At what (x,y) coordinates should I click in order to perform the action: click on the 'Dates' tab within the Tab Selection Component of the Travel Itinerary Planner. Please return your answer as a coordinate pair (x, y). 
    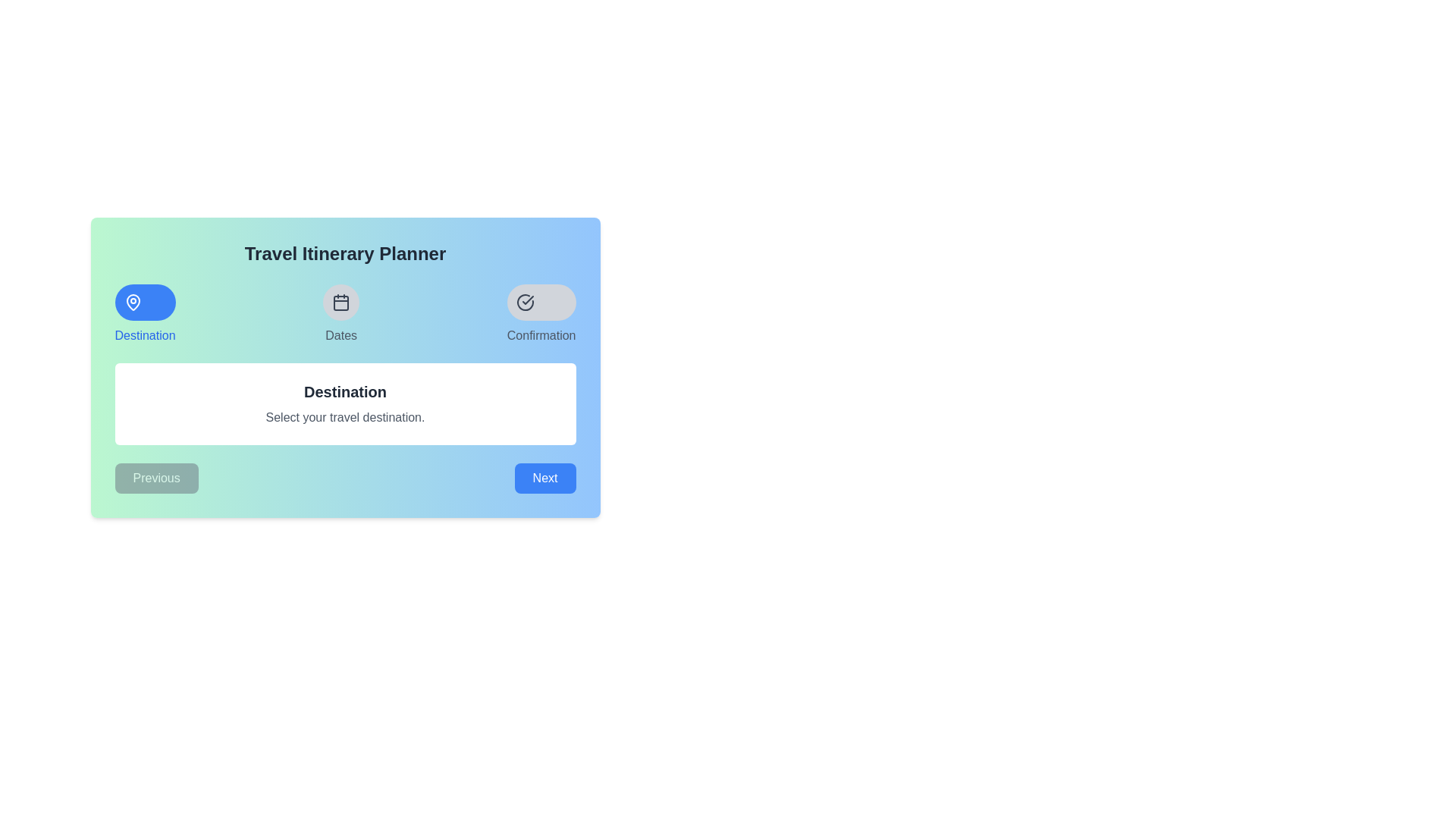
    Looking at the image, I should click on (344, 314).